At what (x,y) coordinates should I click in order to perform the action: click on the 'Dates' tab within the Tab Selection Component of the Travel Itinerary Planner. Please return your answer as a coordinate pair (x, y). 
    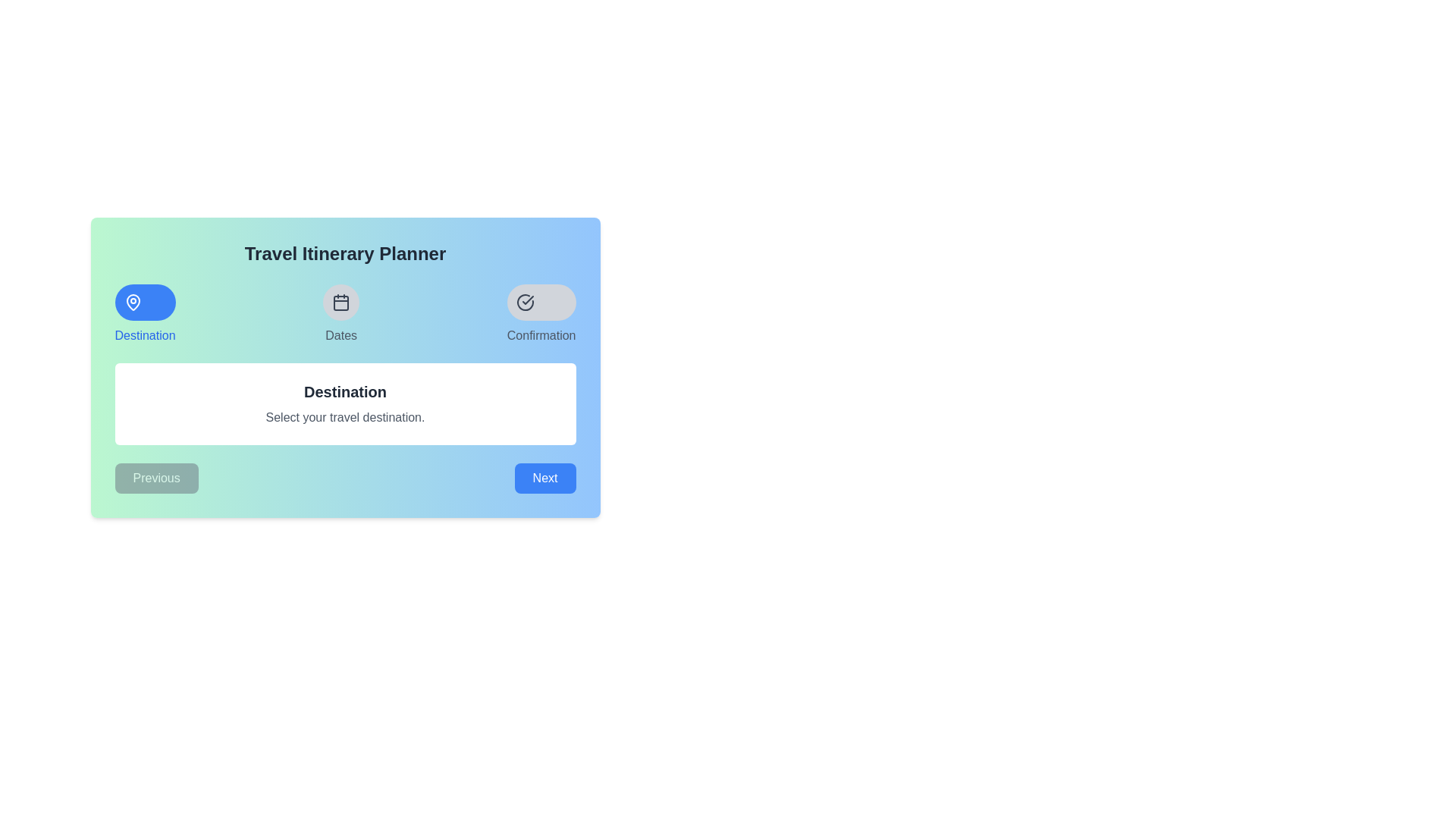
    Looking at the image, I should click on (344, 314).